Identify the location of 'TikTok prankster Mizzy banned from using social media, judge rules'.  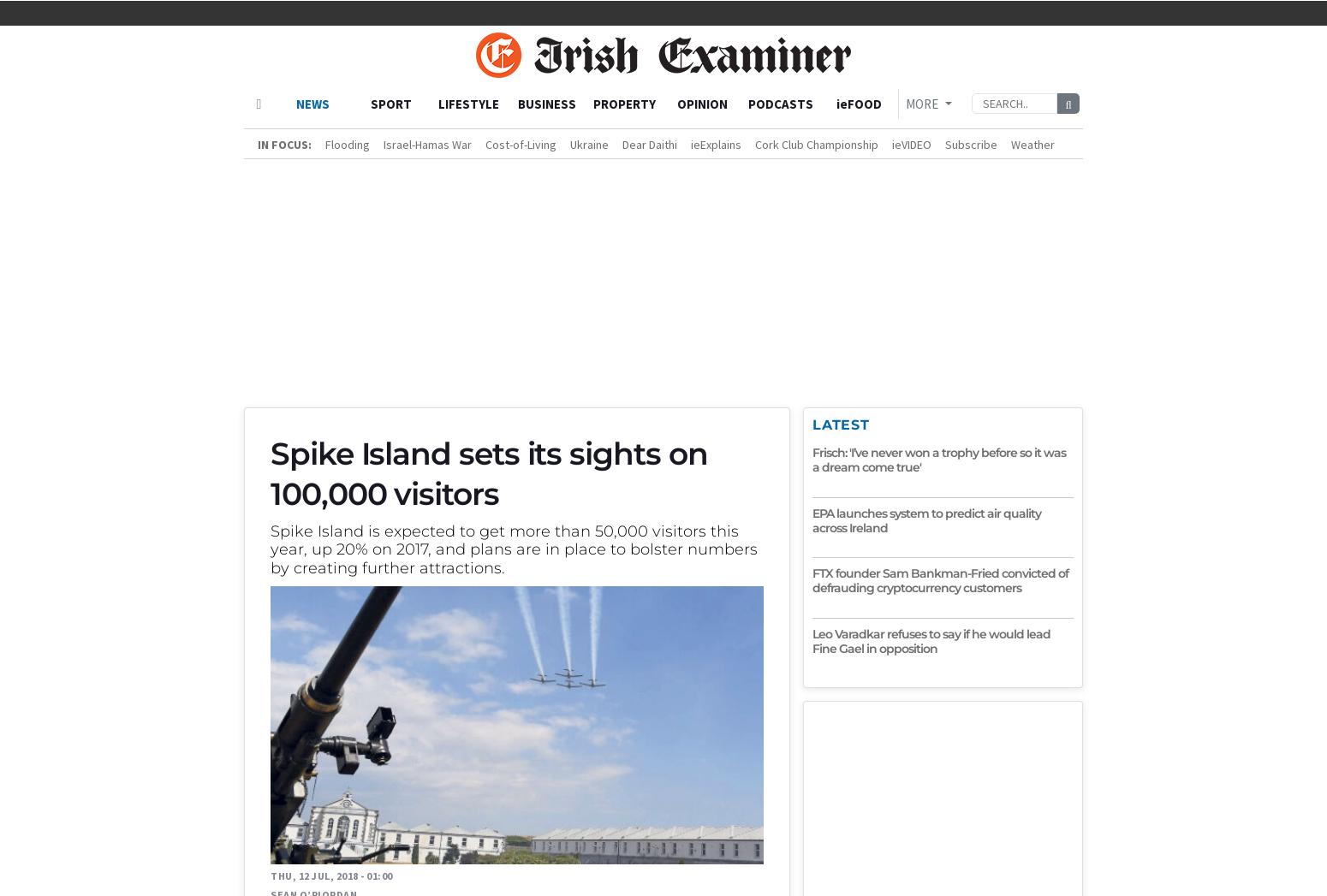
(676, 727).